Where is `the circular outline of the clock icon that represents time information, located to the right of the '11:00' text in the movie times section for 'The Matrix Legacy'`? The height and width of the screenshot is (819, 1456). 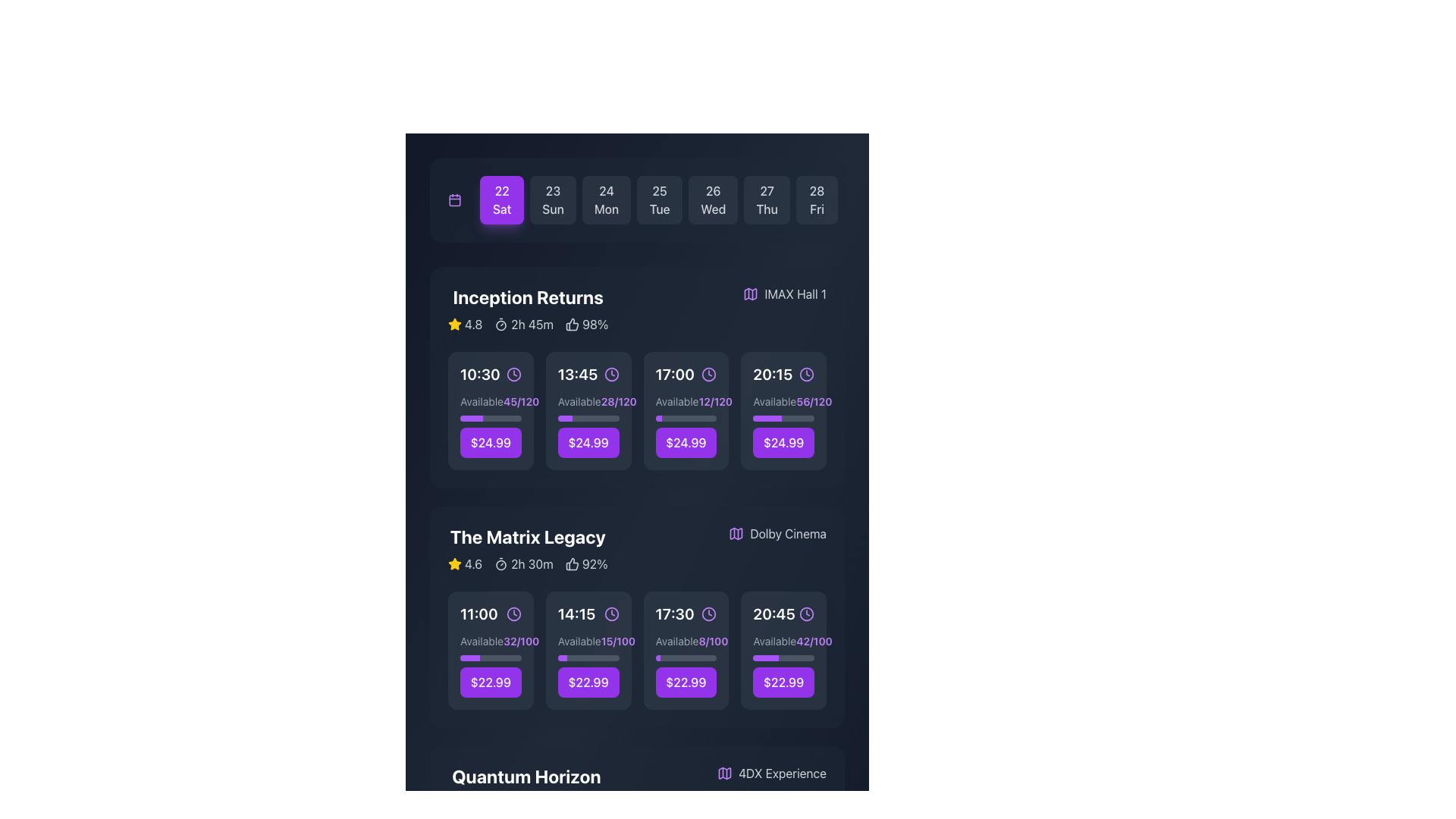 the circular outline of the clock icon that represents time information, located to the right of the '11:00' text in the movie times section for 'The Matrix Legacy' is located at coordinates (513, 614).